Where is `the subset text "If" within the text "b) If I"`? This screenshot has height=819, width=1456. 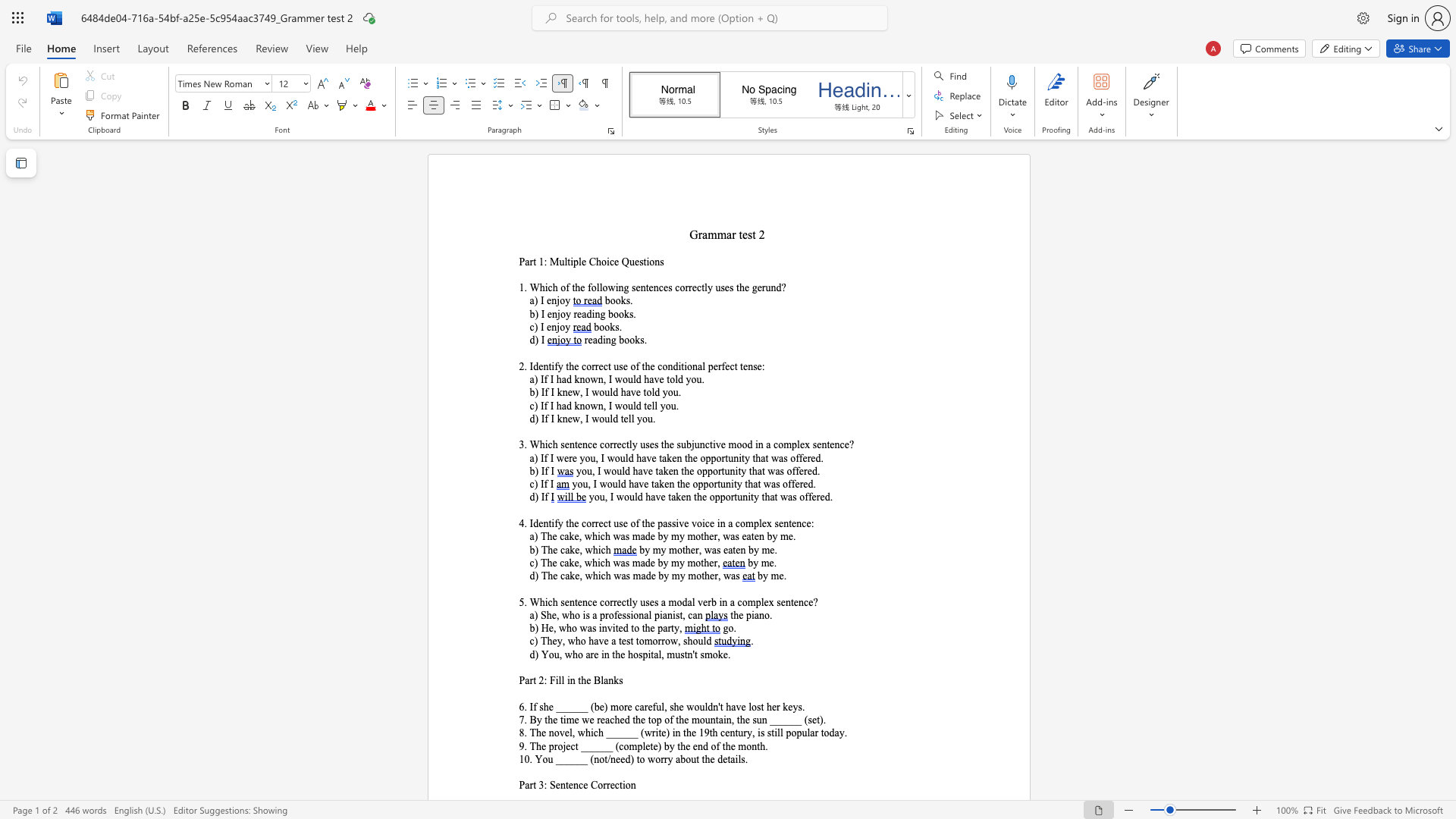 the subset text "If" within the text "b) If I" is located at coordinates (541, 470).